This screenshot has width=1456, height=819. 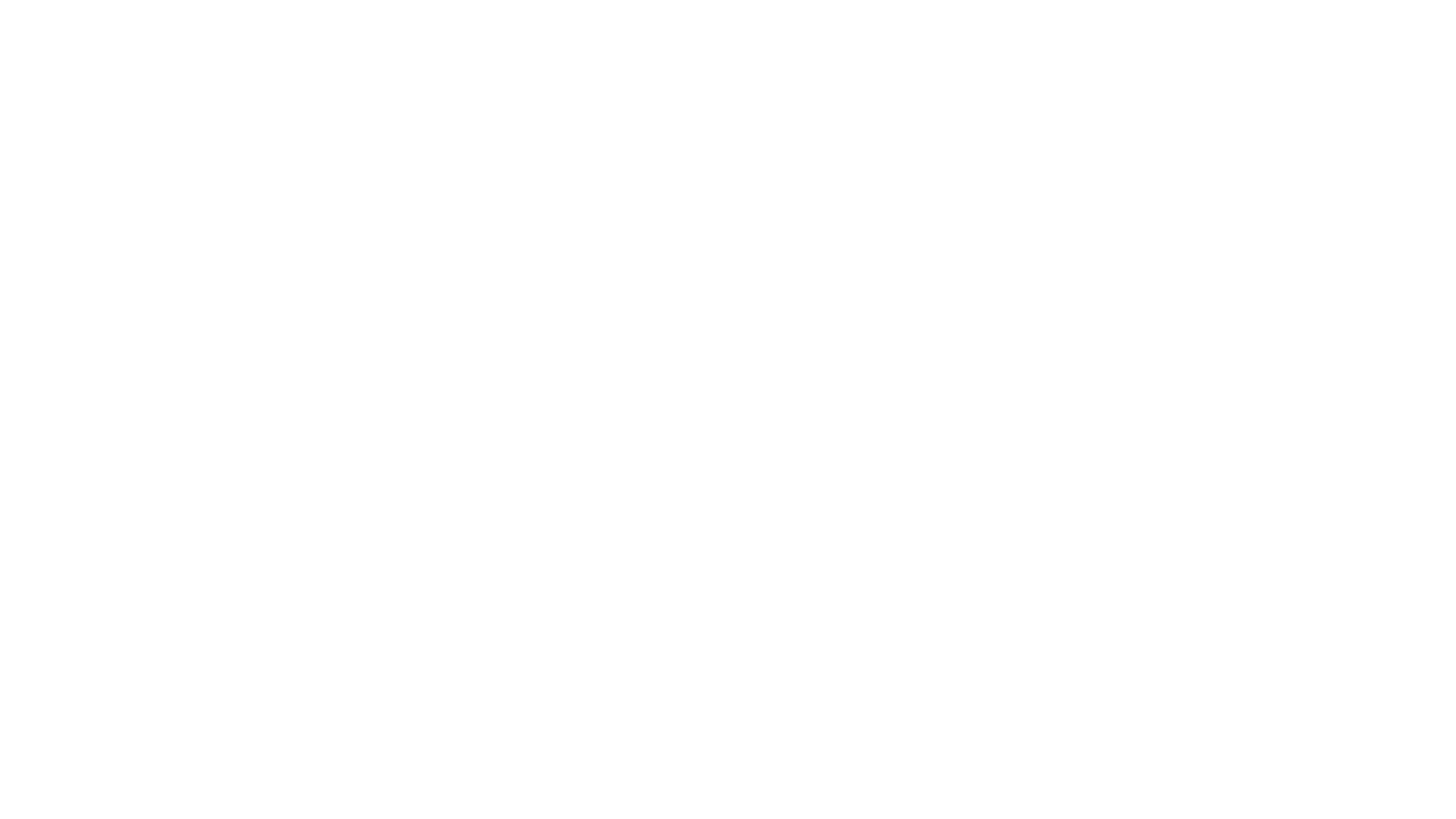 What do you see at coordinates (716, 116) in the screenshot?
I see `L'ECOLE` at bounding box center [716, 116].